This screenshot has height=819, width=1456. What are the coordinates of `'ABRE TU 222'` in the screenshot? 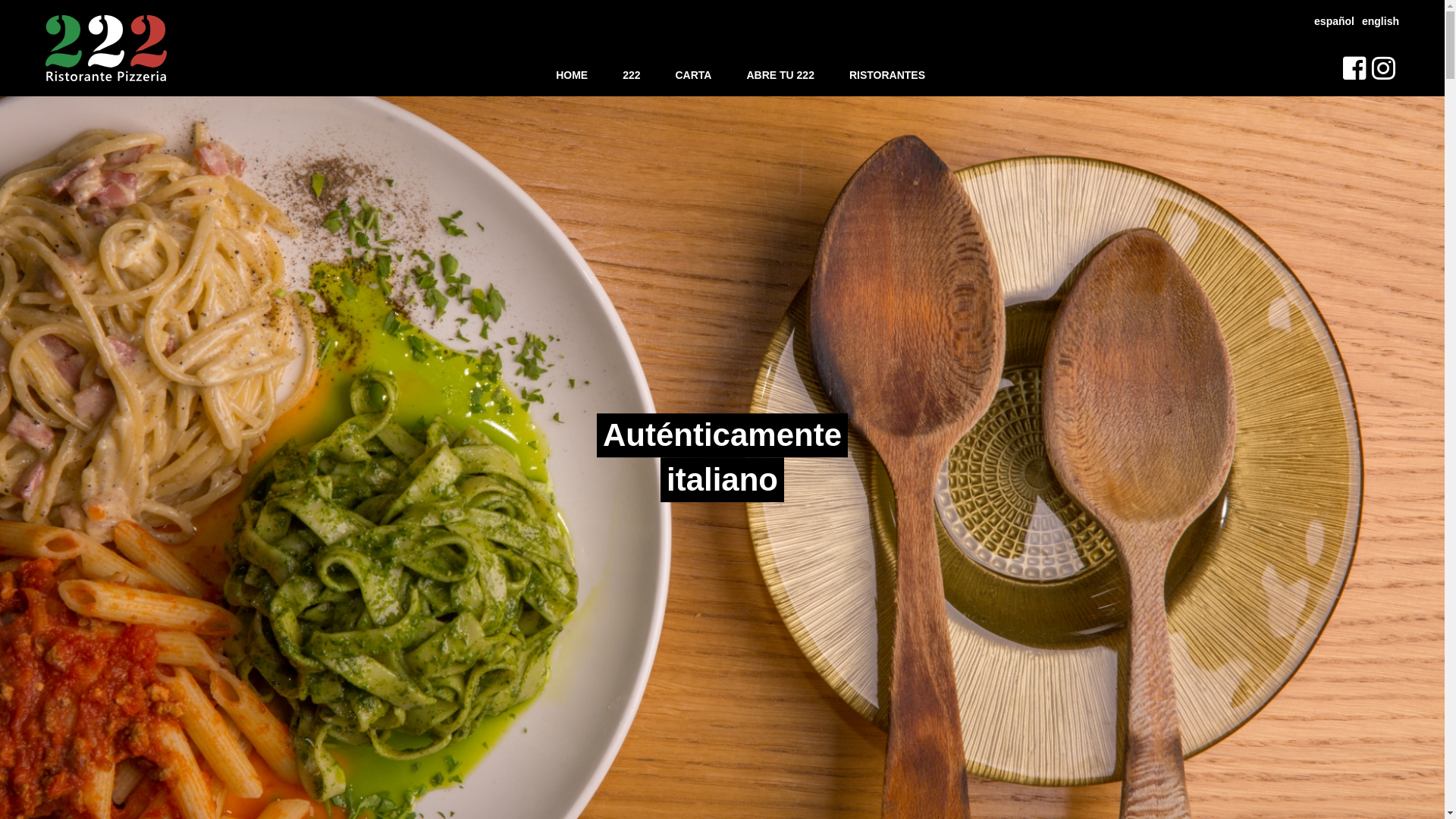 It's located at (780, 75).